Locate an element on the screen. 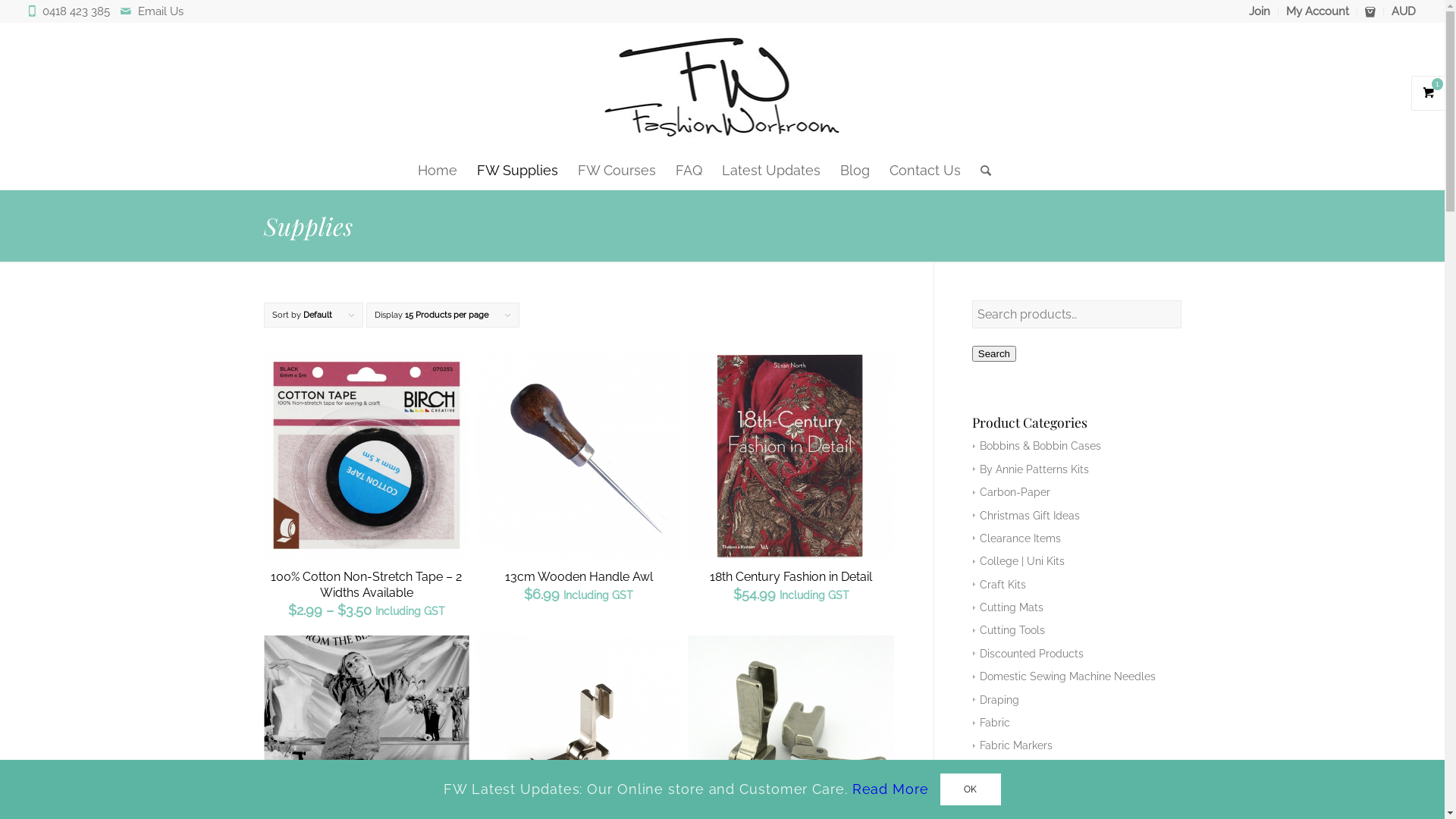 The image size is (1456, 819). 'Bobbins & Bobbin Cases' is located at coordinates (1036, 444).